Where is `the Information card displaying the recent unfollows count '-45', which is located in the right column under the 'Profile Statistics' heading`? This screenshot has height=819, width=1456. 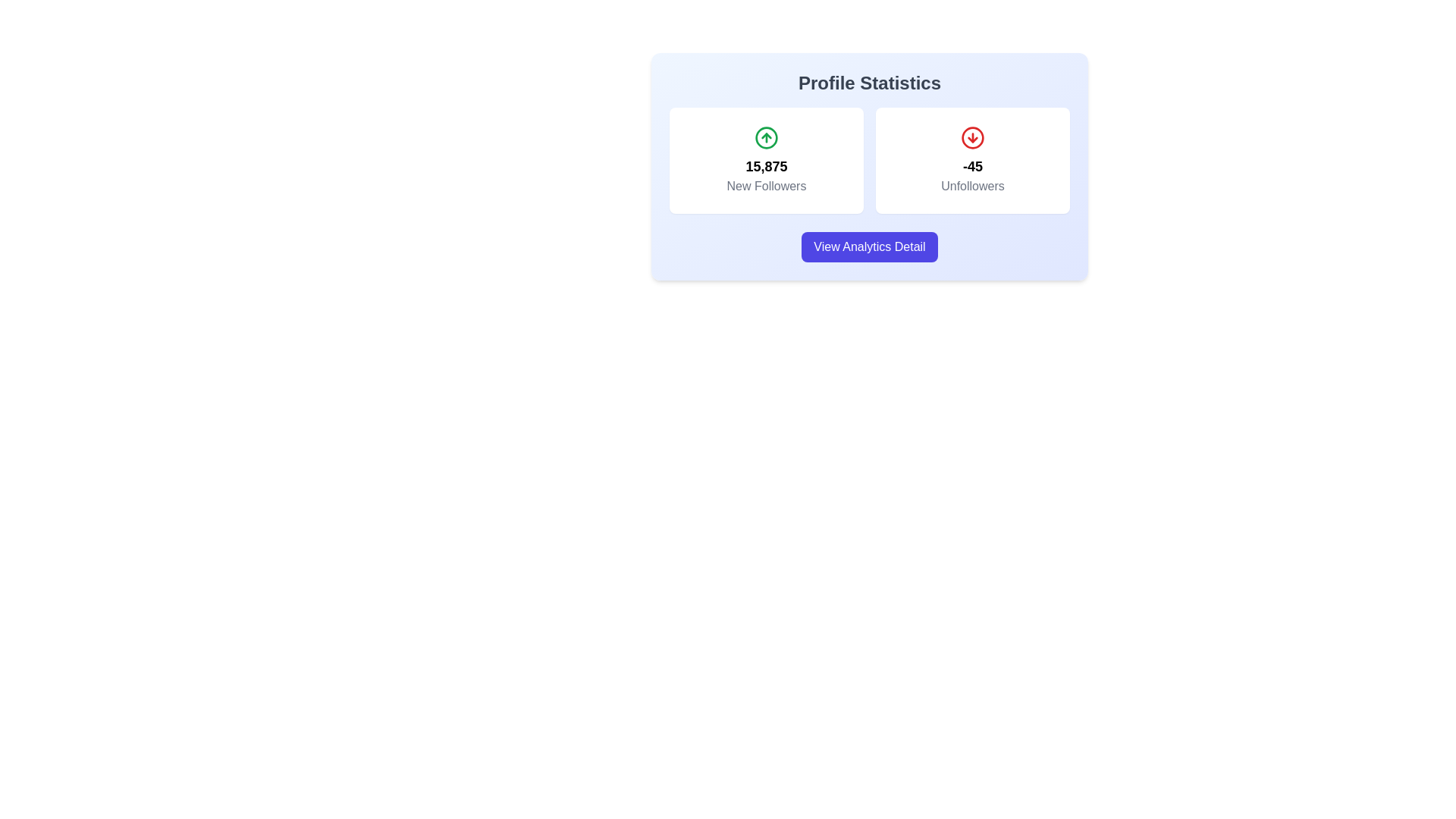
the Information card displaying the recent unfollows count '-45', which is located in the right column under the 'Profile Statistics' heading is located at coordinates (972, 161).